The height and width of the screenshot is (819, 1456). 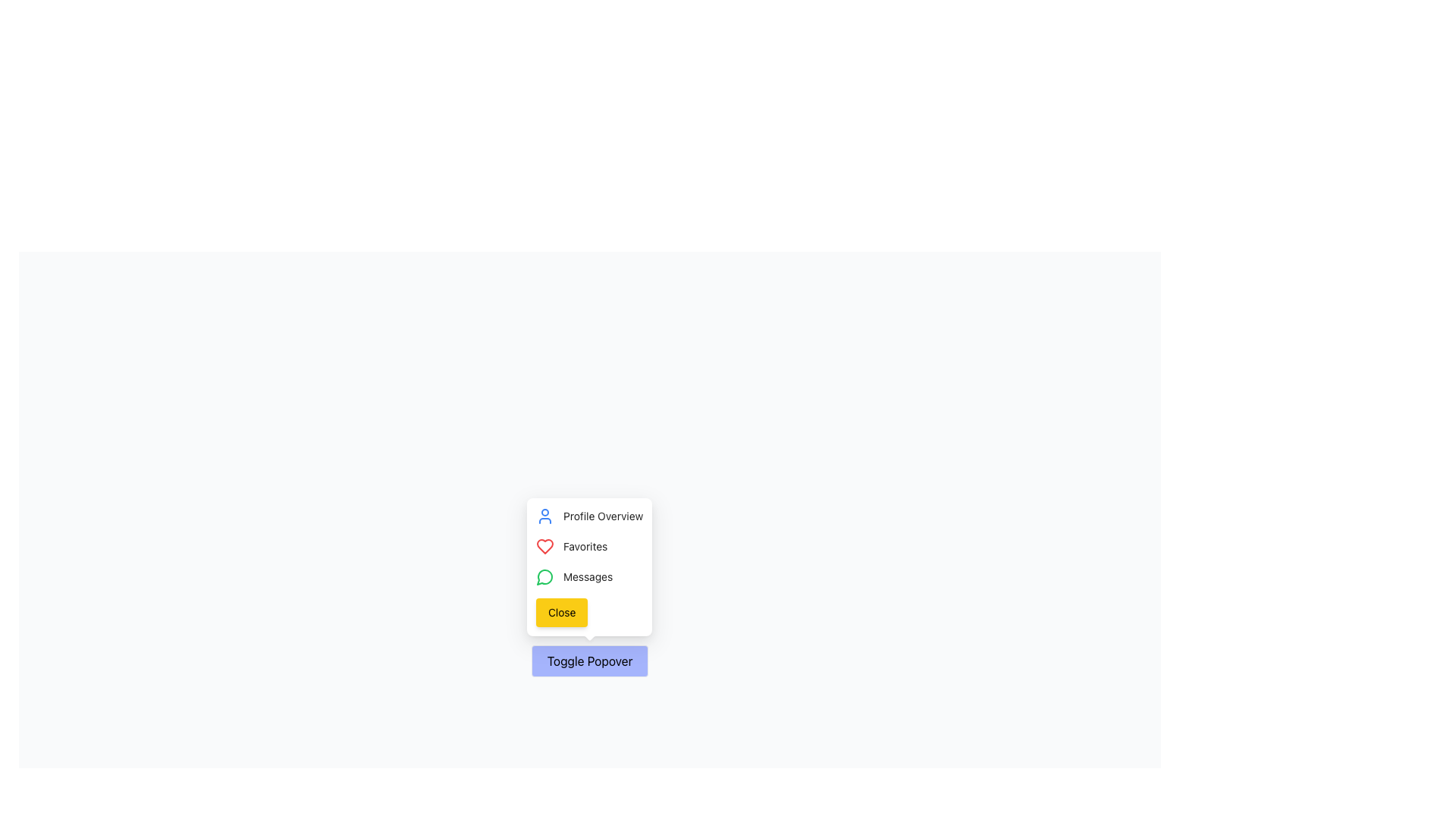 I want to click on the toggle button located at the bottom-center of the interface that controls the visibility of the popover panel, so click(x=588, y=660).